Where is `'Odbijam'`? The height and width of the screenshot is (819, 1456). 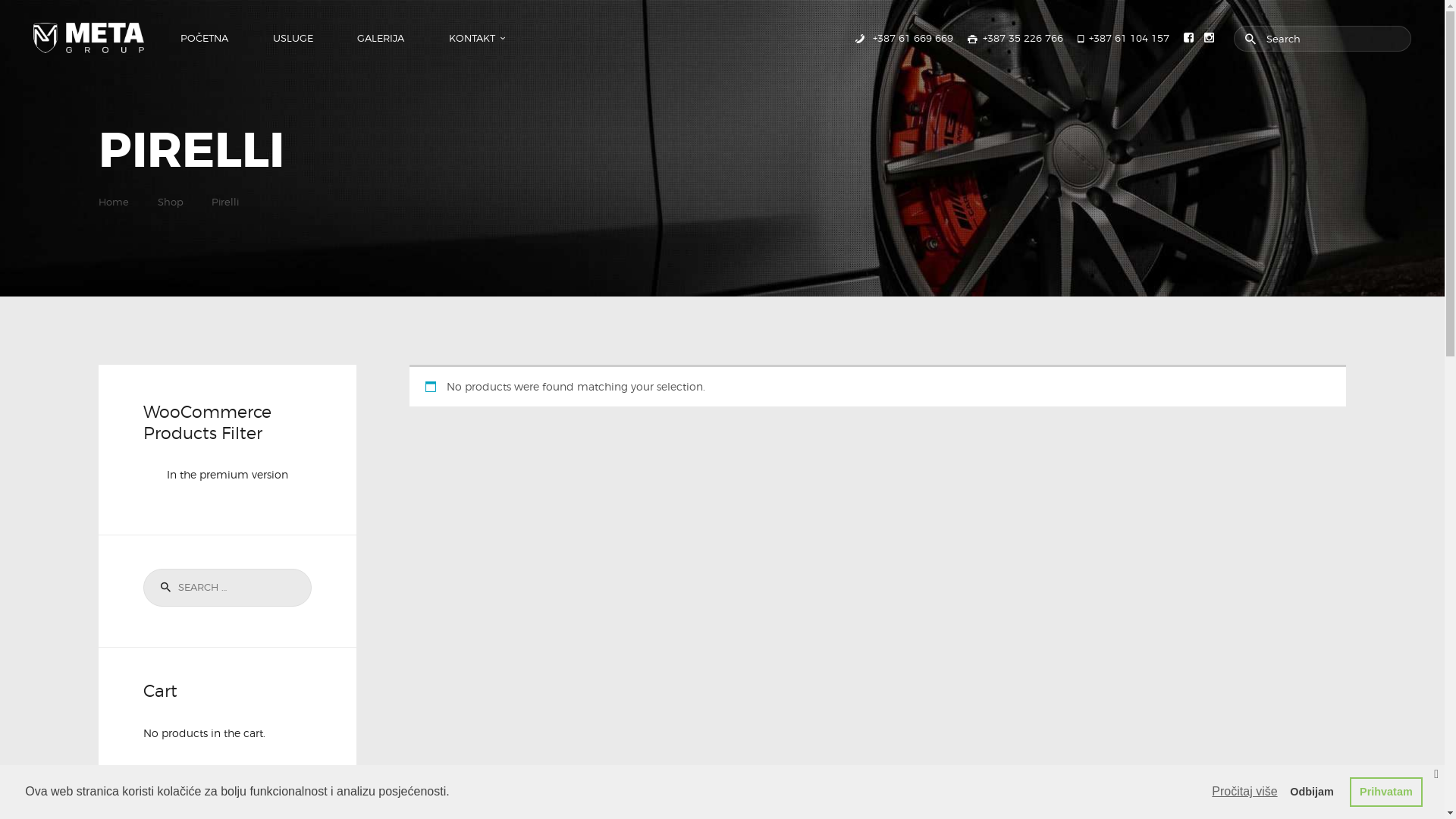
'Odbijam' is located at coordinates (1279, 791).